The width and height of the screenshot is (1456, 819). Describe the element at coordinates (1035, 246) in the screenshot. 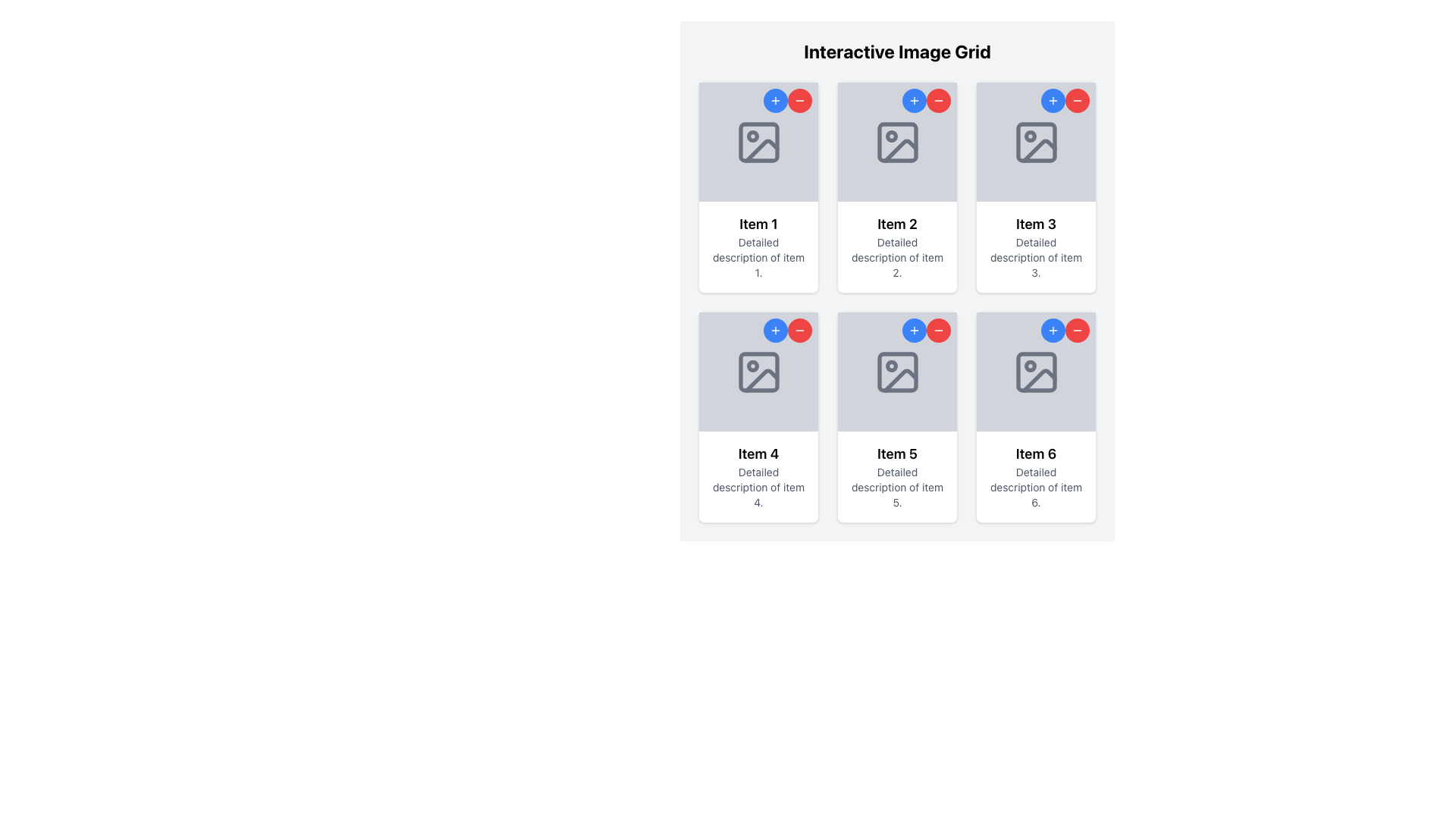

I see `the Text block displaying the title 'Item 3' and the description 'Detailed description of item 3.' located in the center of the rightmost column of the first row of the grid layout` at that location.